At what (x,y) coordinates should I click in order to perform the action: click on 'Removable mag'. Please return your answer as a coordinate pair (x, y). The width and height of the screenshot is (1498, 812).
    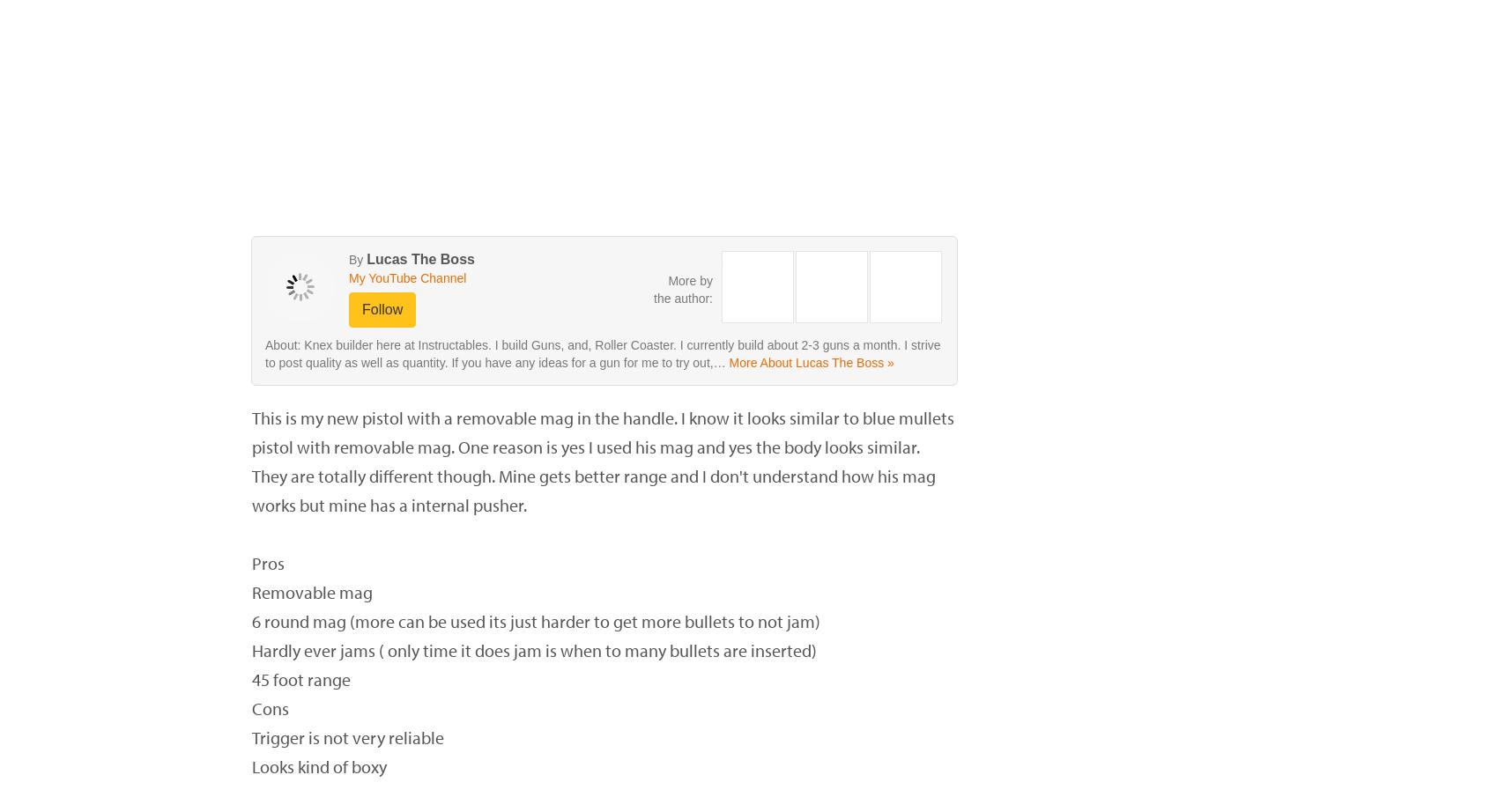
    Looking at the image, I should click on (311, 592).